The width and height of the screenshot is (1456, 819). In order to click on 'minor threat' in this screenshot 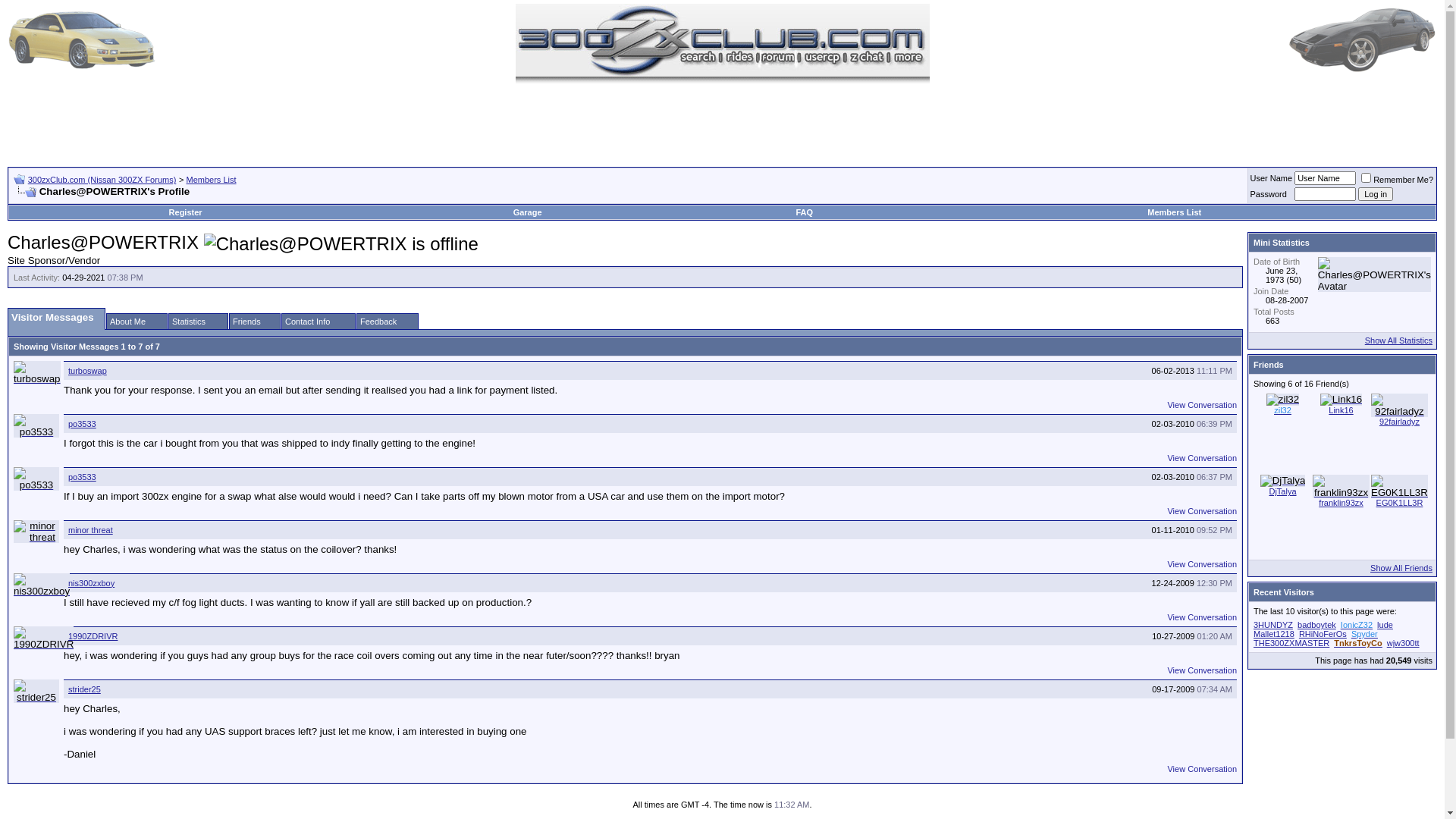, I will do `click(89, 529)`.